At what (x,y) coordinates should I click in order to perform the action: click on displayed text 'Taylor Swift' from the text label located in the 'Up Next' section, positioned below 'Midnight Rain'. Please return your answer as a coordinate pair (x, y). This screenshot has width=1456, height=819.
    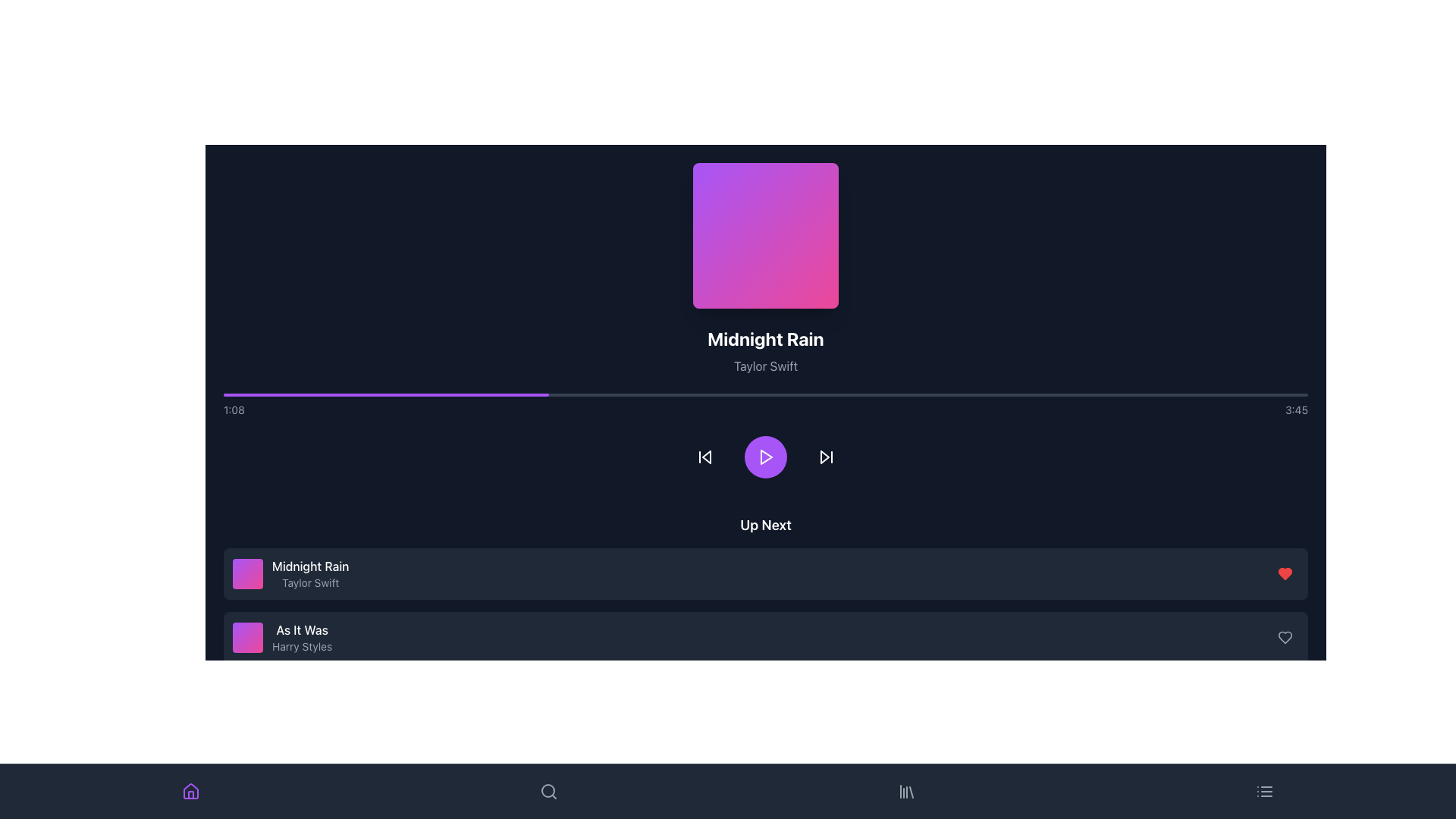
    Looking at the image, I should click on (309, 582).